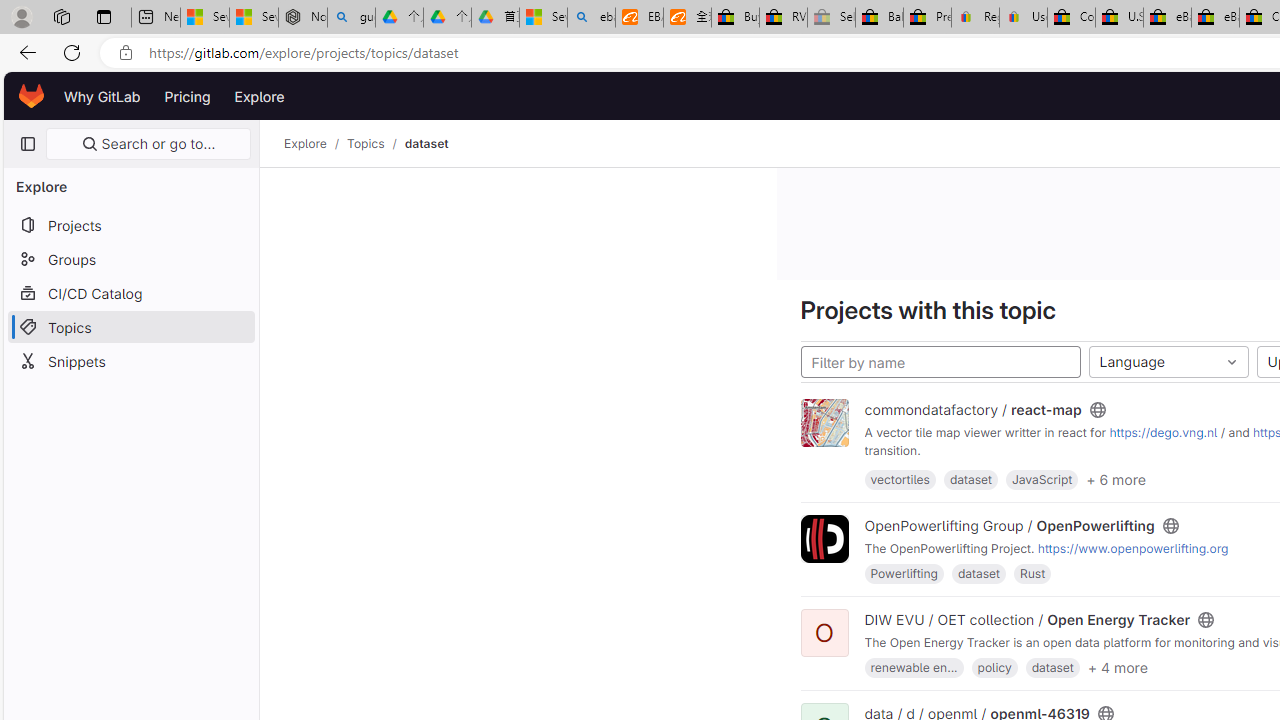 The width and height of the screenshot is (1280, 720). I want to click on 'JavaScript', so click(1040, 479).